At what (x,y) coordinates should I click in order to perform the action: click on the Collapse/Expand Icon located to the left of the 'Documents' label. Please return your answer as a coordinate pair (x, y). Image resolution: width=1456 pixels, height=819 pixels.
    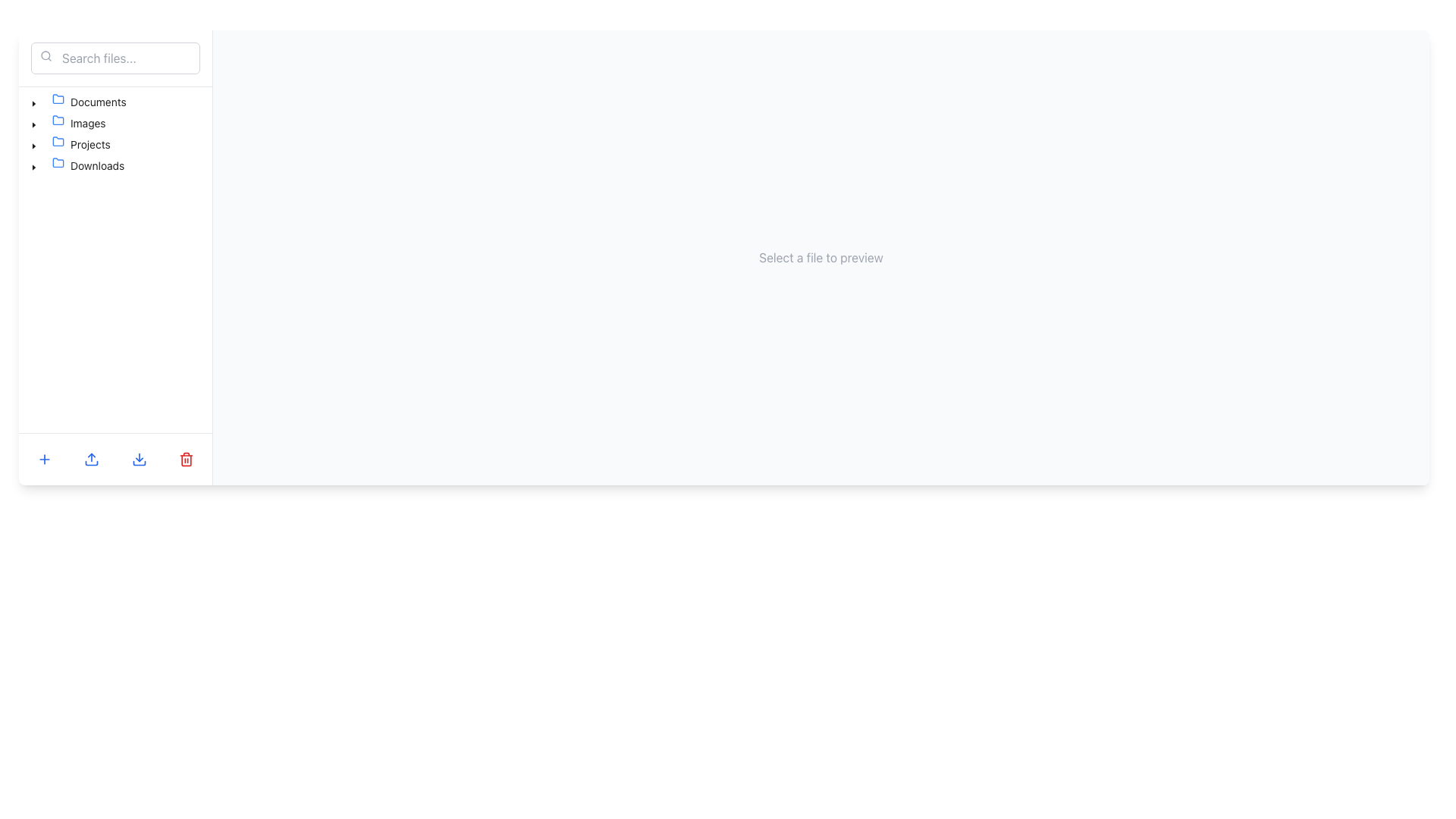
    Looking at the image, I should click on (33, 102).